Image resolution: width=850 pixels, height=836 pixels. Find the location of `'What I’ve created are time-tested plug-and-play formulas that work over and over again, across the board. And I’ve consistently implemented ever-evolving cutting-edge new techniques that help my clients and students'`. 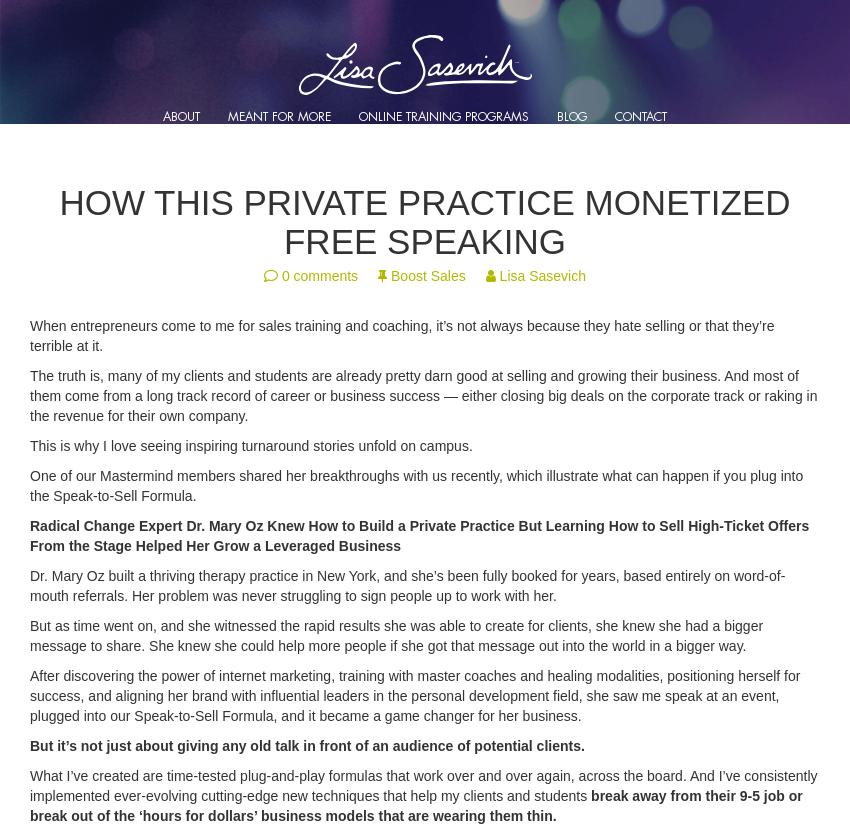

'What I’ve created are time-tested plug-and-play formulas that work over and over again, across the board. And I’ve consistently implemented ever-evolving cutting-edge new techniques that help my clients and students' is located at coordinates (29, 785).